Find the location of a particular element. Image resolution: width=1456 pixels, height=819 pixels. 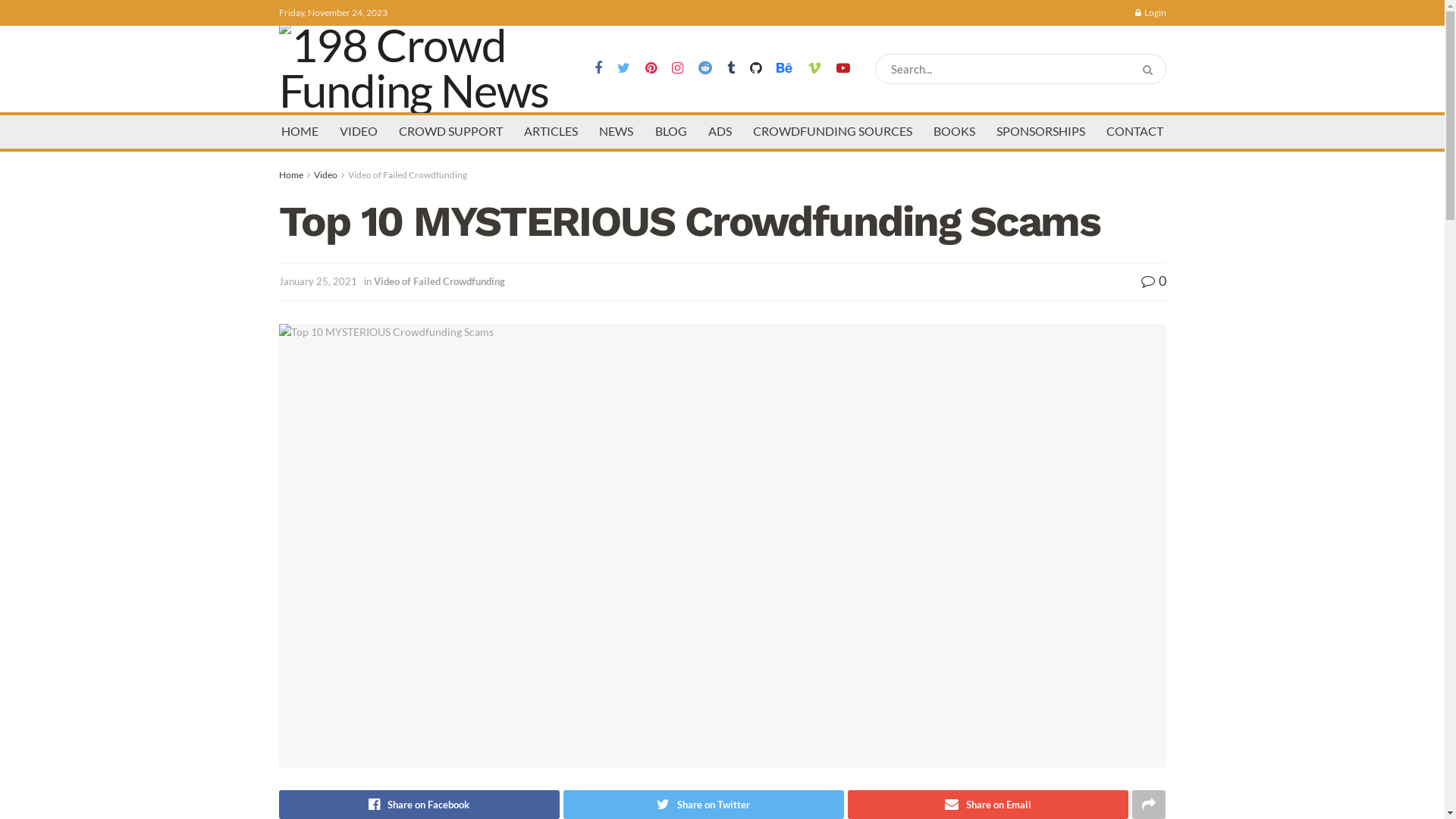

'CROWD SUPPORT' is located at coordinates (450, 130).